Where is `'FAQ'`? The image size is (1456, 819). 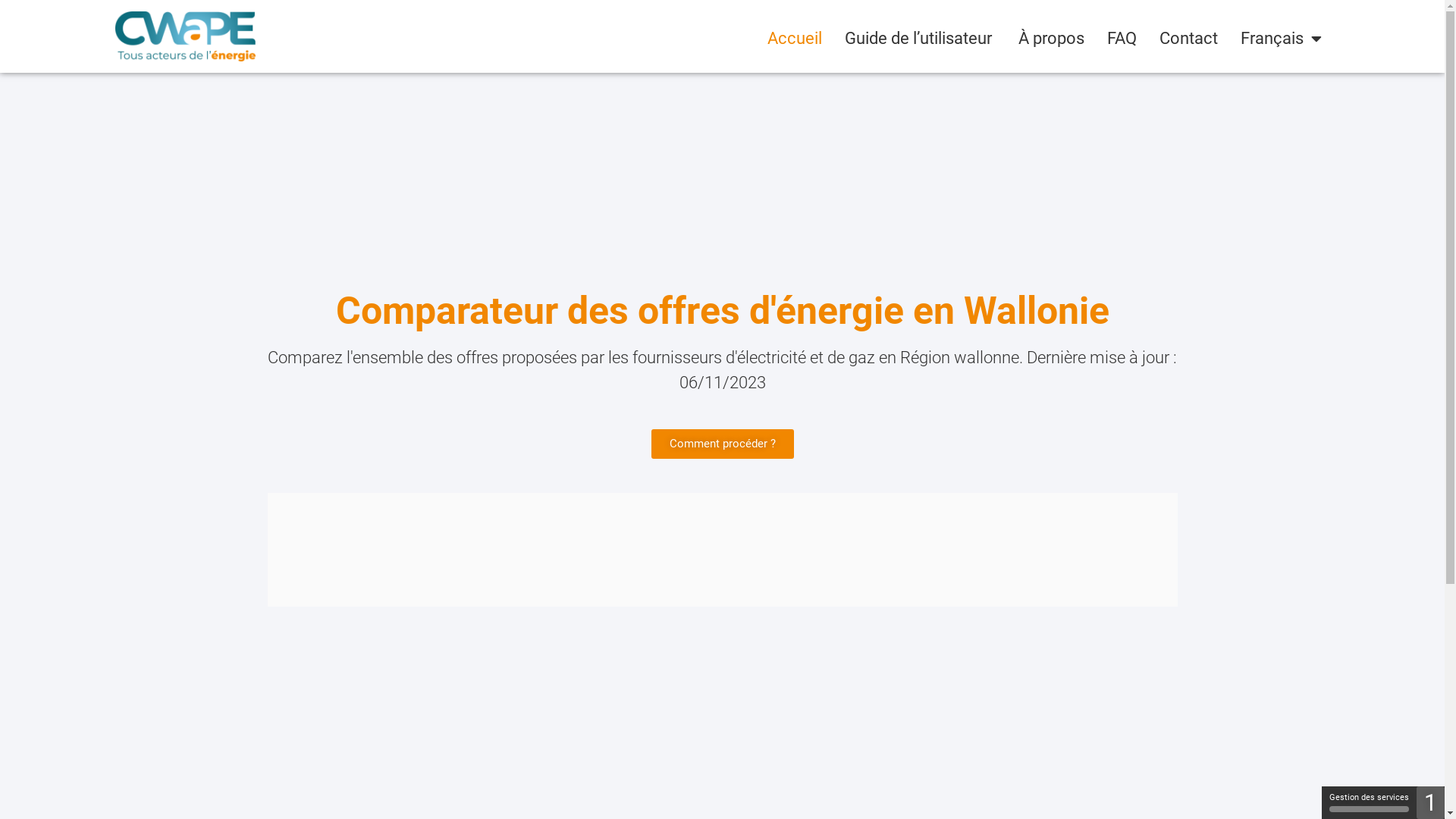 'FAQ' is located at coordinates (1122, 37).